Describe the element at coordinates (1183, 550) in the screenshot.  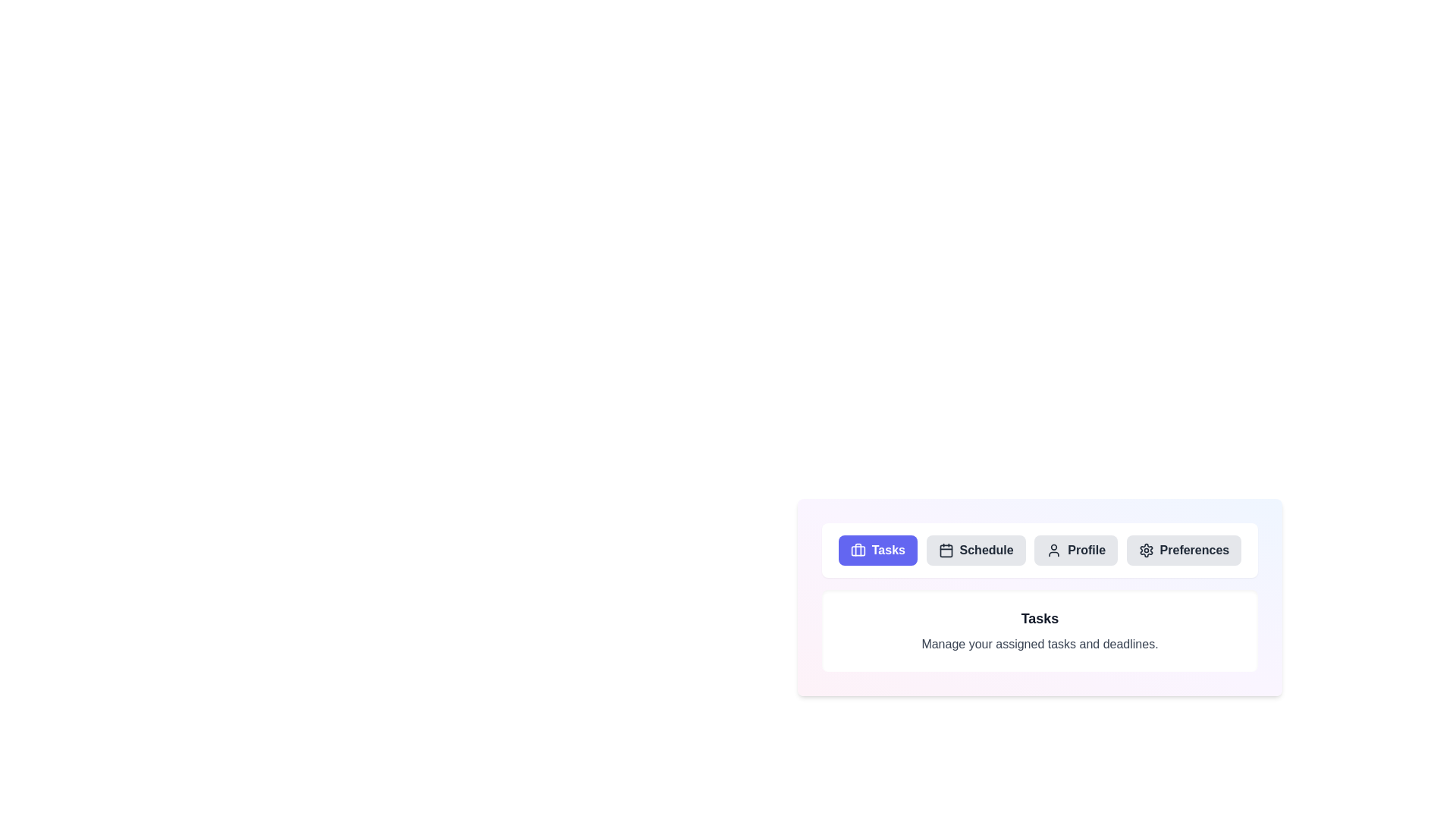
I see `the Preferences tab` at that location.